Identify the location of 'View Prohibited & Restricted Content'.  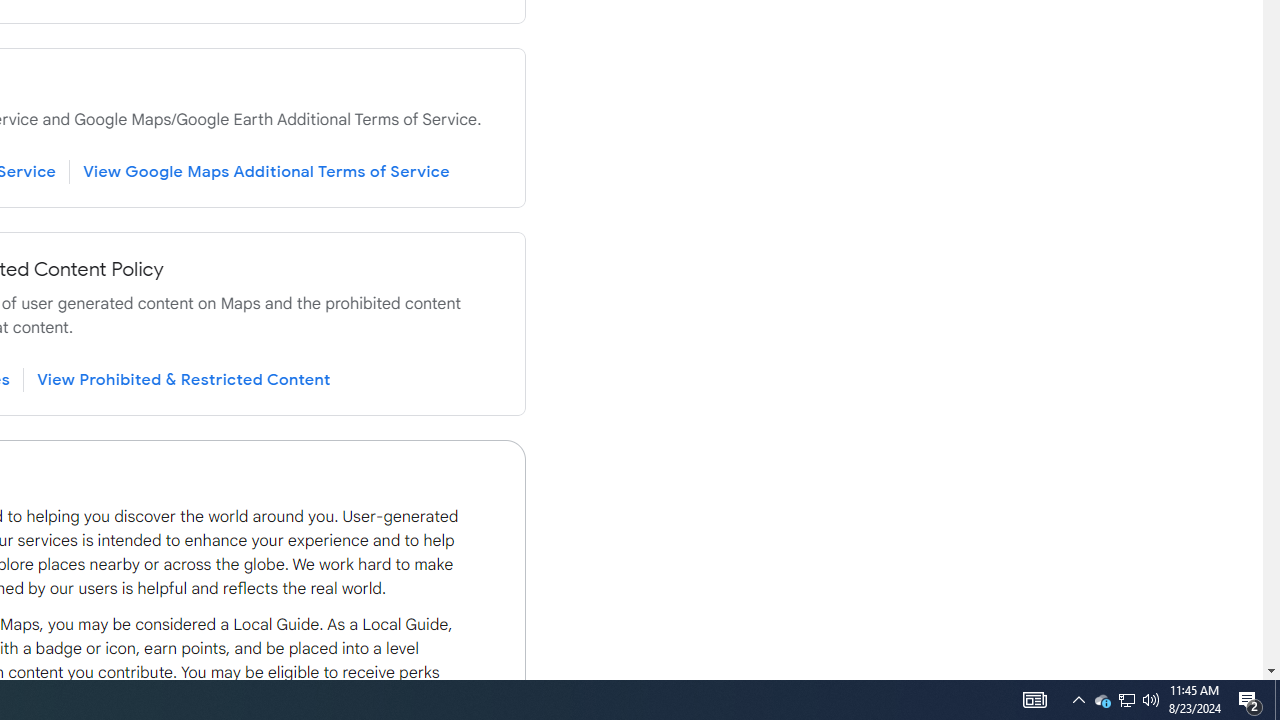
(184, 379).